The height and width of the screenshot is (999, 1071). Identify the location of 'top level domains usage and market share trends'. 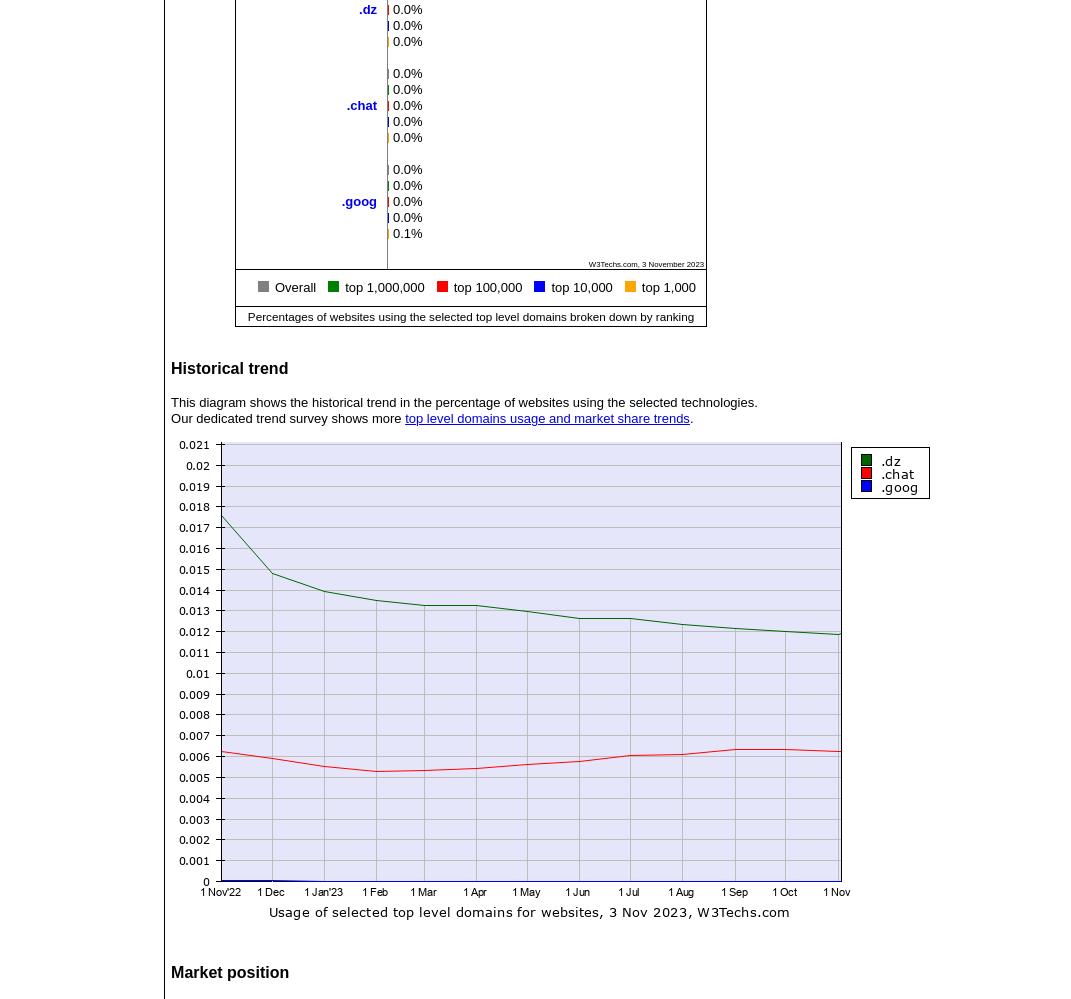
(546, 417).